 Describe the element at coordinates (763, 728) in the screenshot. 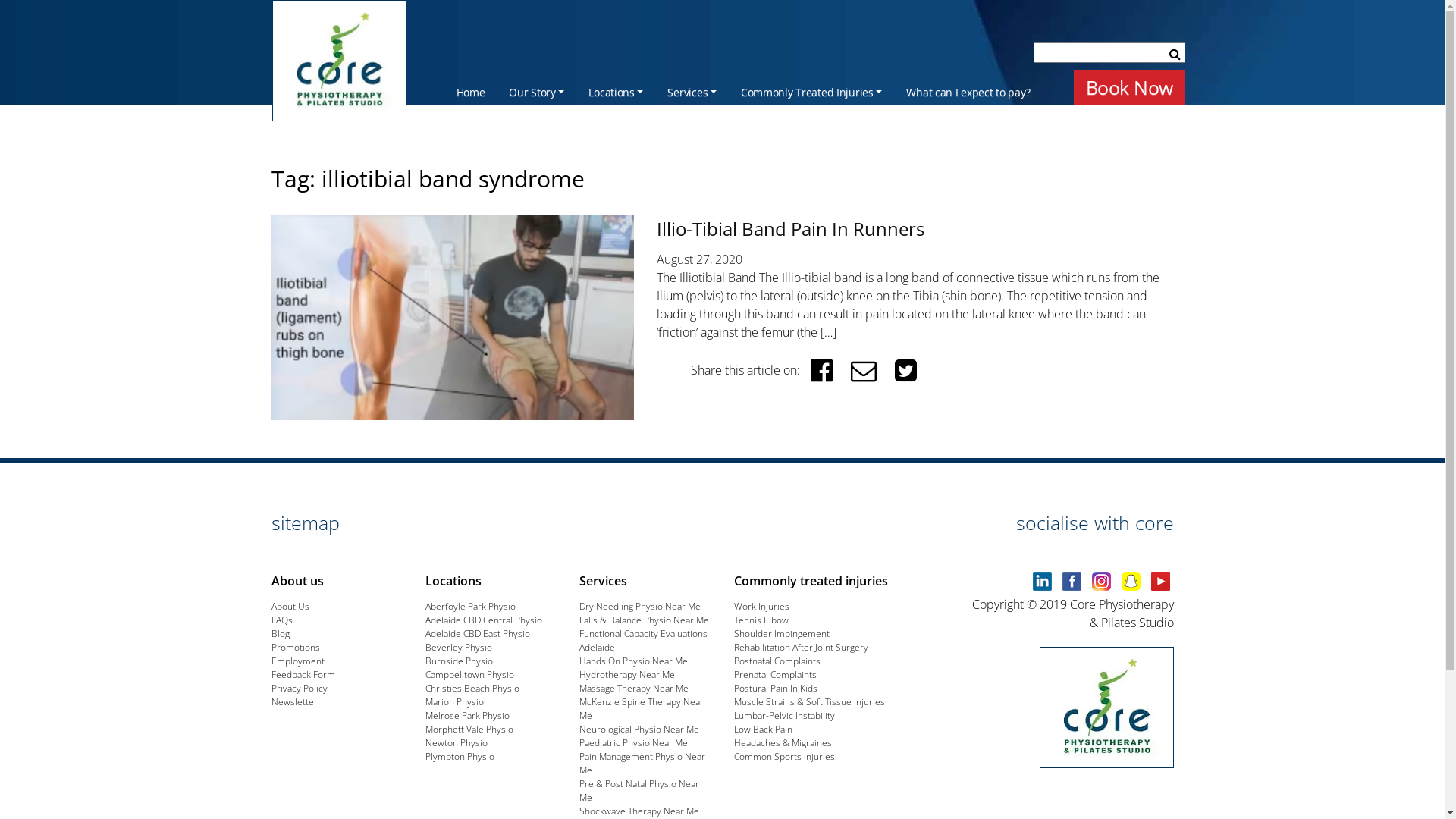

I see `'Low Back Pain'` at that location.